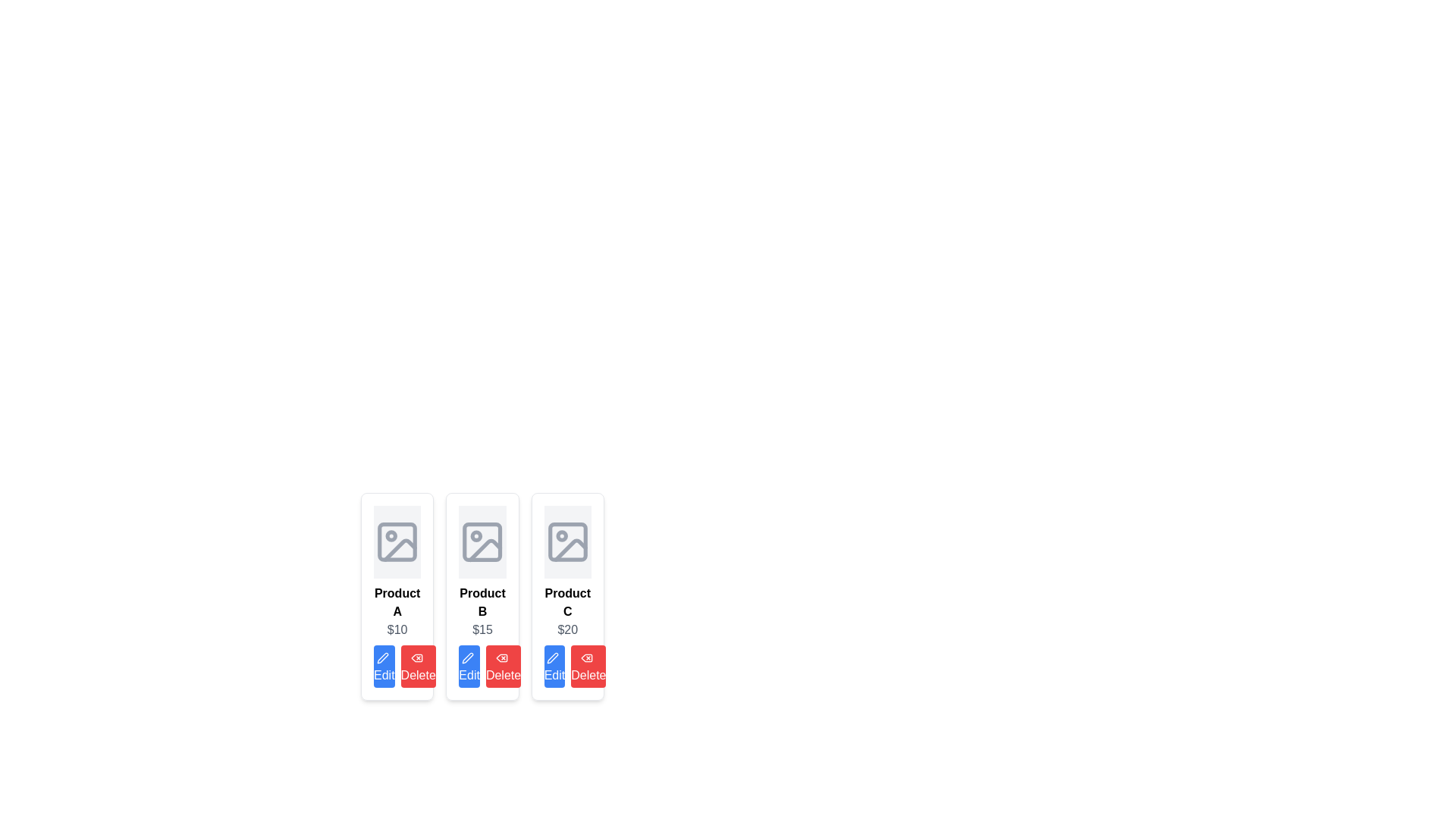 The width and height of the screenshot is (1456, 819). What do you see at coordinates (502, 657) in the screenshot?
I see `the left-pointing arrow icon within the Delete button at the bottom-right corner of the Product B card` at bounding box center [502, 657].